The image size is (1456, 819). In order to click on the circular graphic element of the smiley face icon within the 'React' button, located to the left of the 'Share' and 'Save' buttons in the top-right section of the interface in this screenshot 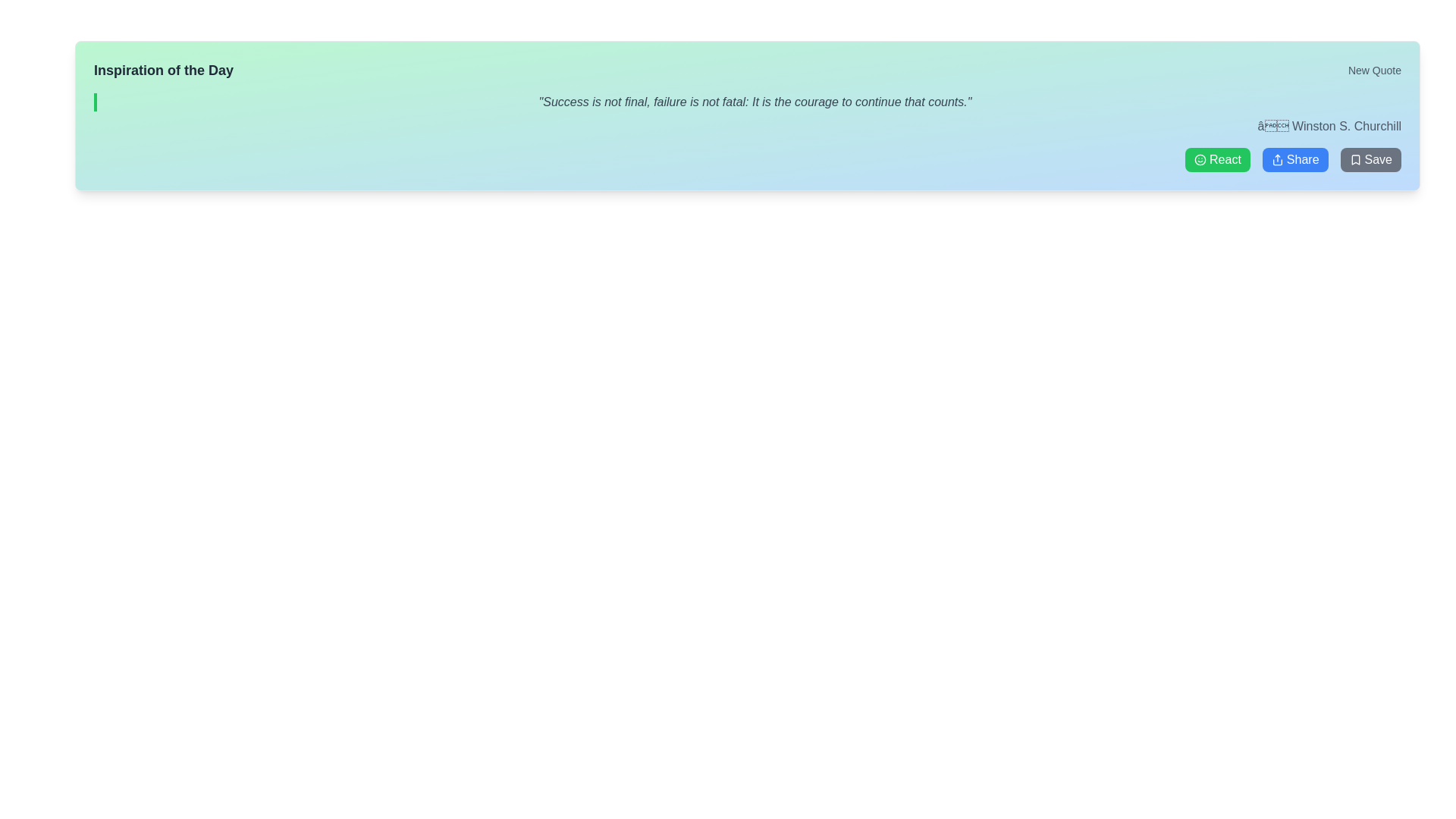, I will do `click(1200, 160)`.